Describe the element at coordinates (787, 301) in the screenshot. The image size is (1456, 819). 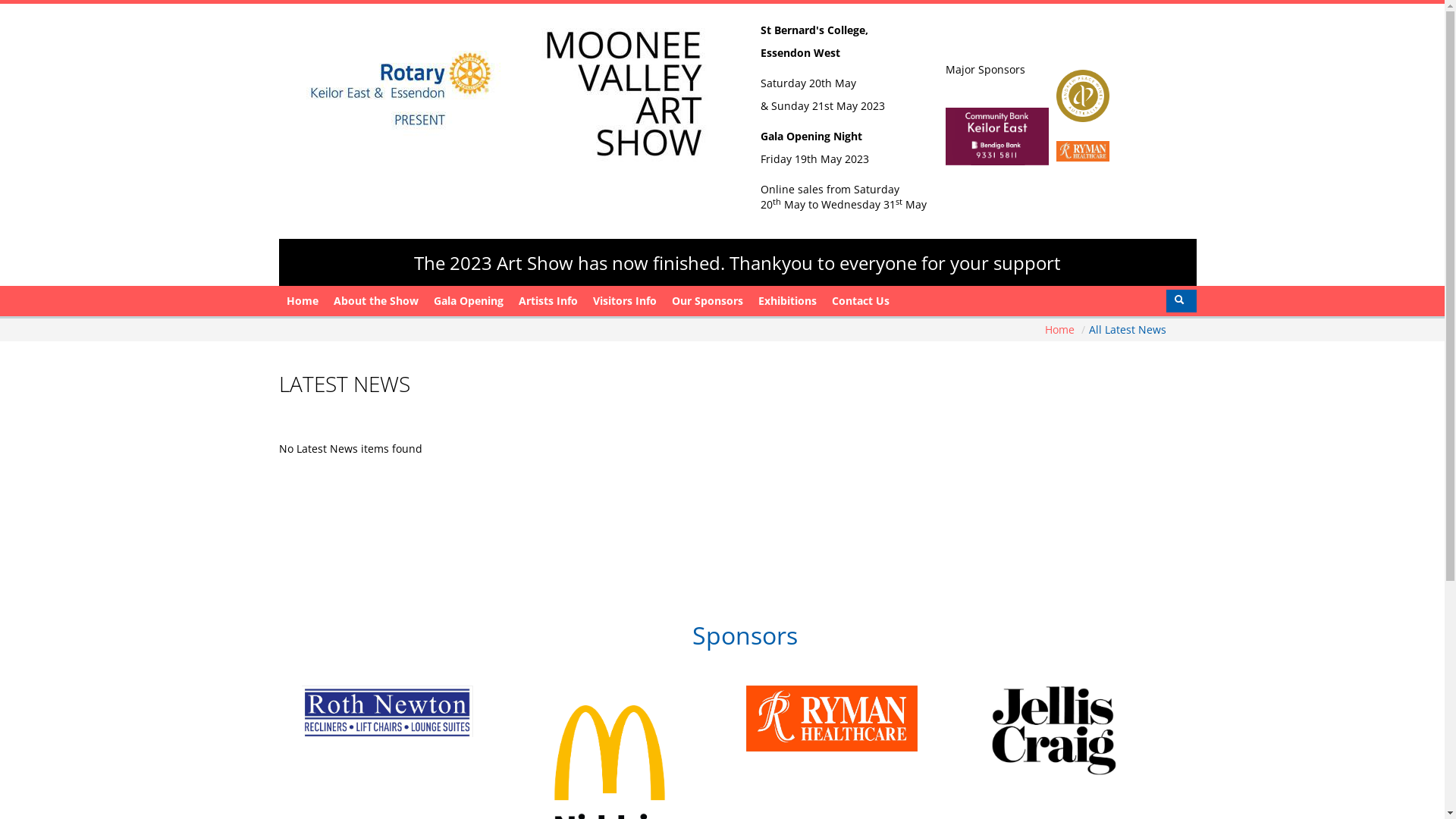
I see `'Exhibitions'` at that location.